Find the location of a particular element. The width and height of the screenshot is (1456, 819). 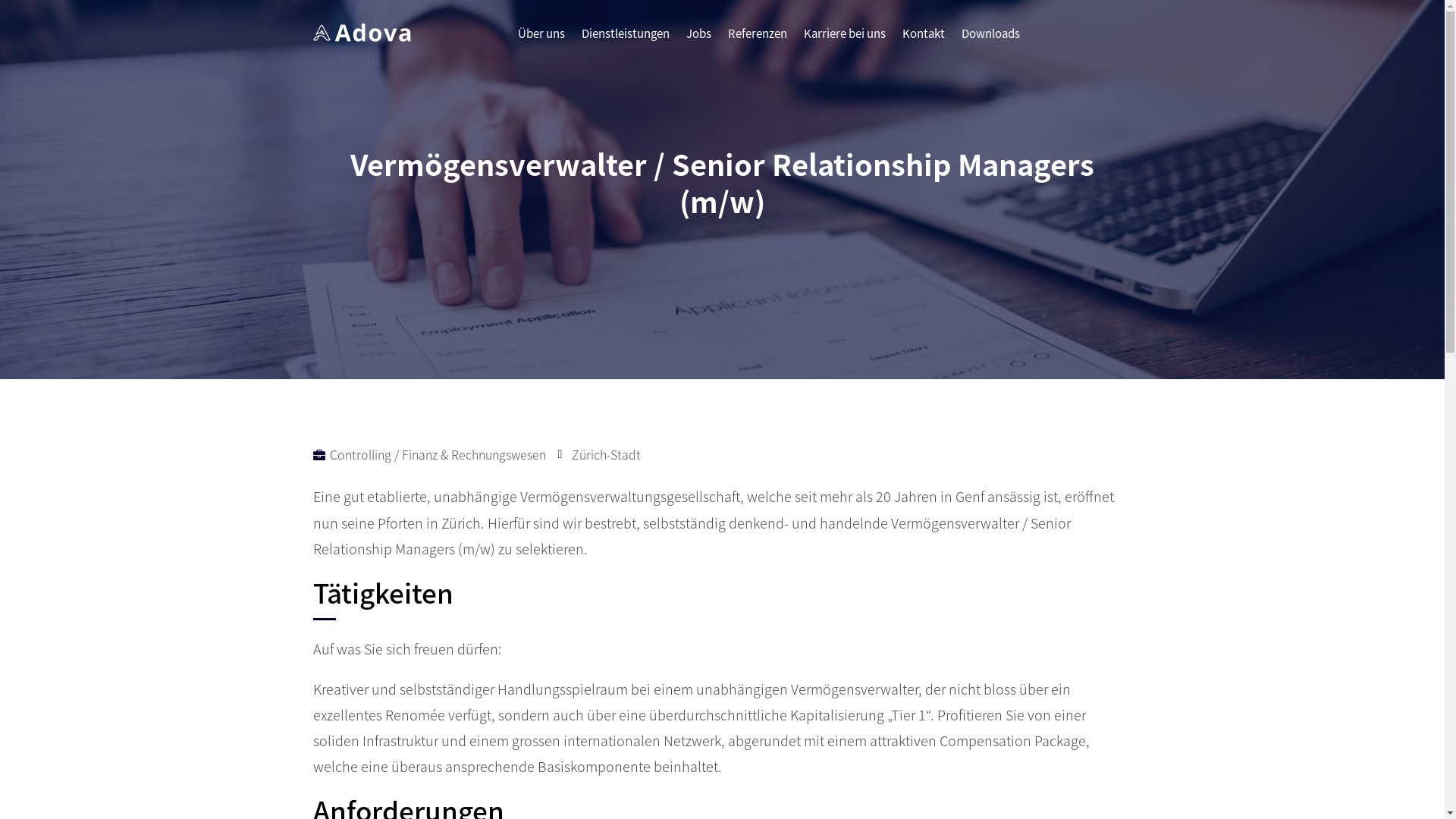

'Downloads' is located at coordinates (990, 38).